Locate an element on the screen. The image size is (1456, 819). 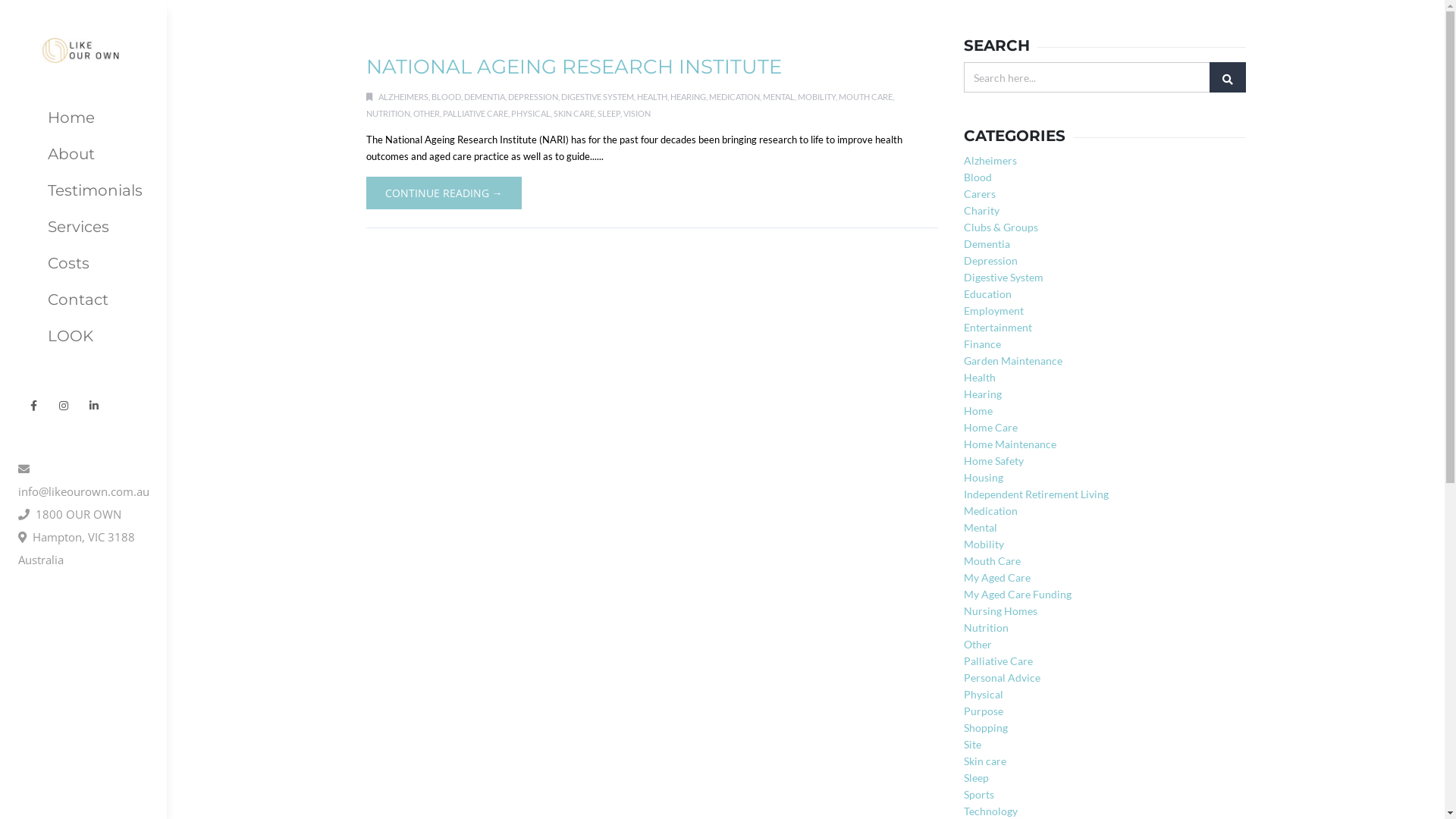
'Digestive System' is located at coordinates (963, 277).